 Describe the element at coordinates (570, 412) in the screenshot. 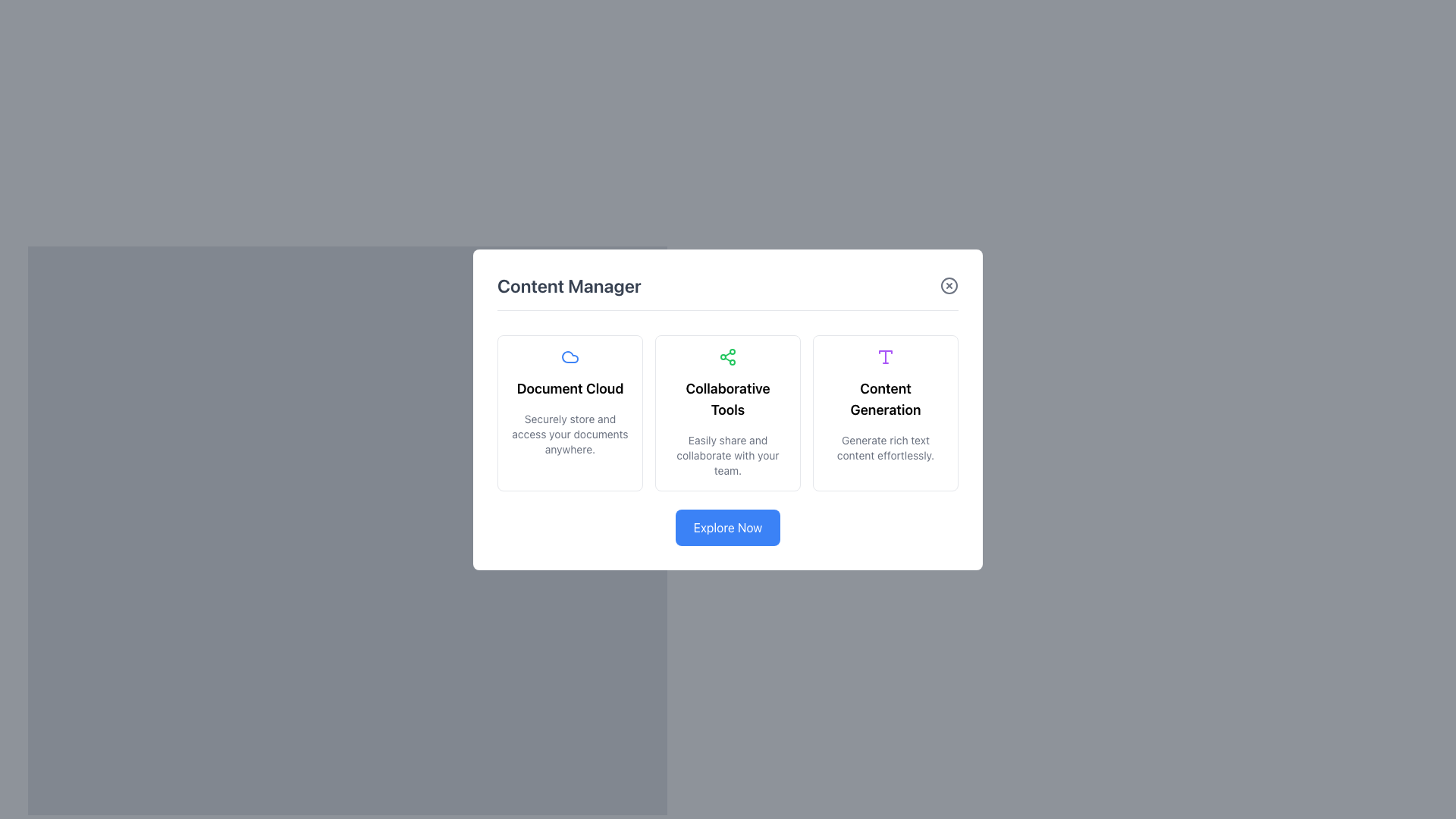

I see `the top-left informational card about the 'Document Cloud' feature, which is the first card in a grid layout and positioned above the 'Explore Now' button` at that location.